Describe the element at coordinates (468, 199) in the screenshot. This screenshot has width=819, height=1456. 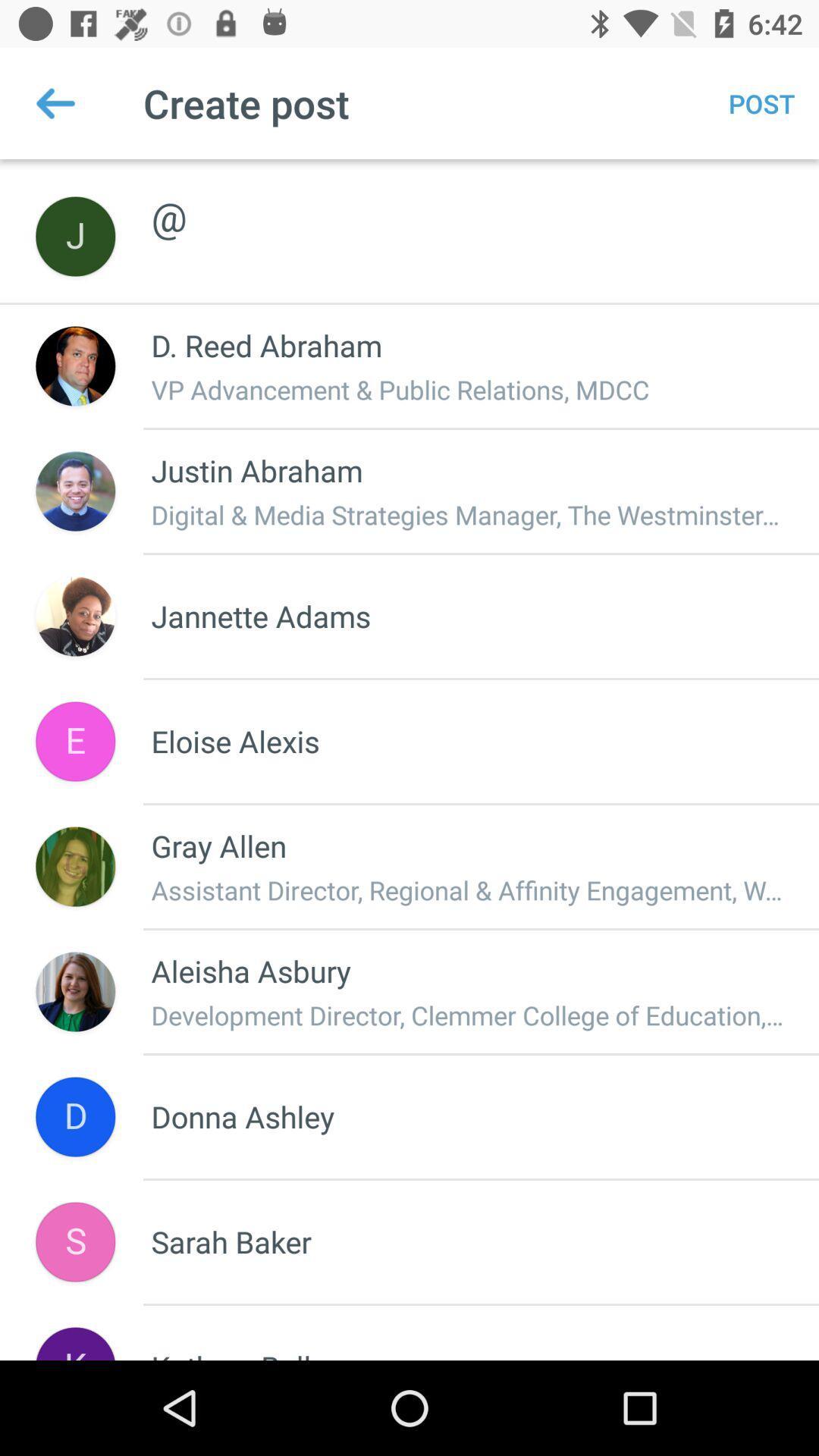
I see `the @ icon` at that location.